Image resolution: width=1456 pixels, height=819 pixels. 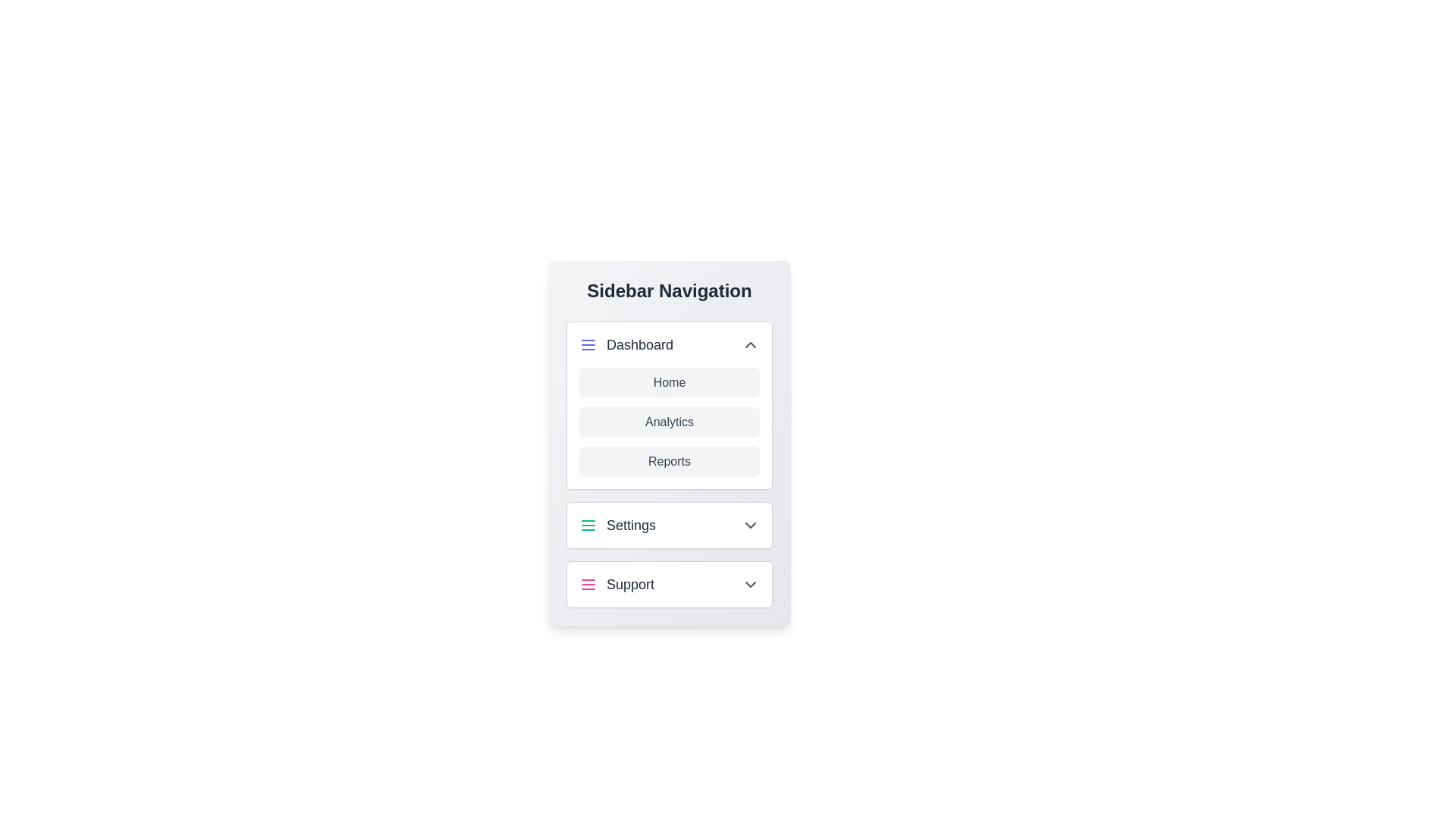 What do you see at coordinates (669, 422) in the screenshot?
I see `the 'Analytics' navigation item in the Dashboard menu` at bounding box center [669, 422].